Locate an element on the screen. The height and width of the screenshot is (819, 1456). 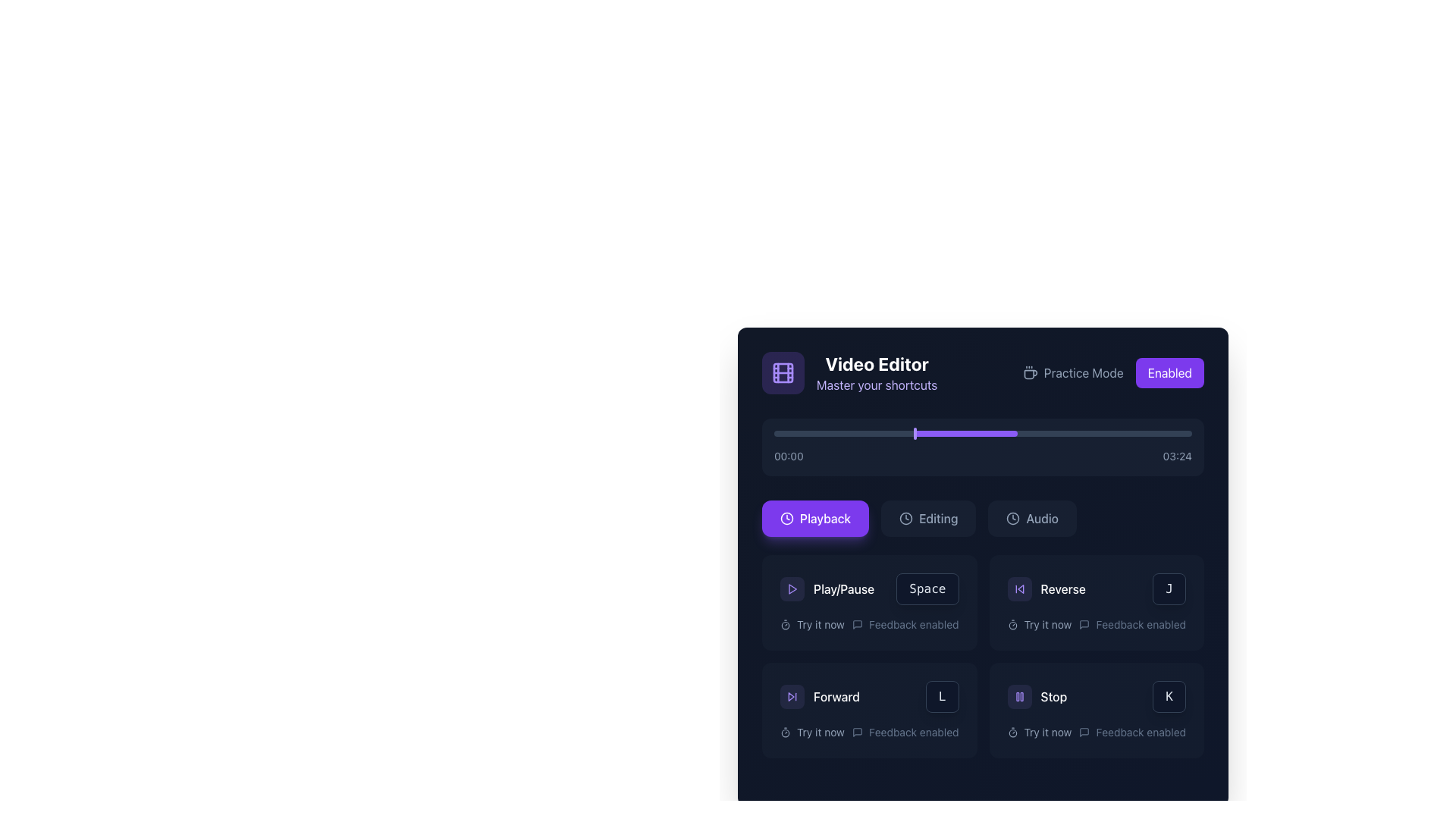
the informational text element located in the lower-right section of the interface under the 'Stop' playback control, which encourages users to try the 'Stop' playback action is located at coordinates (1038, 731).